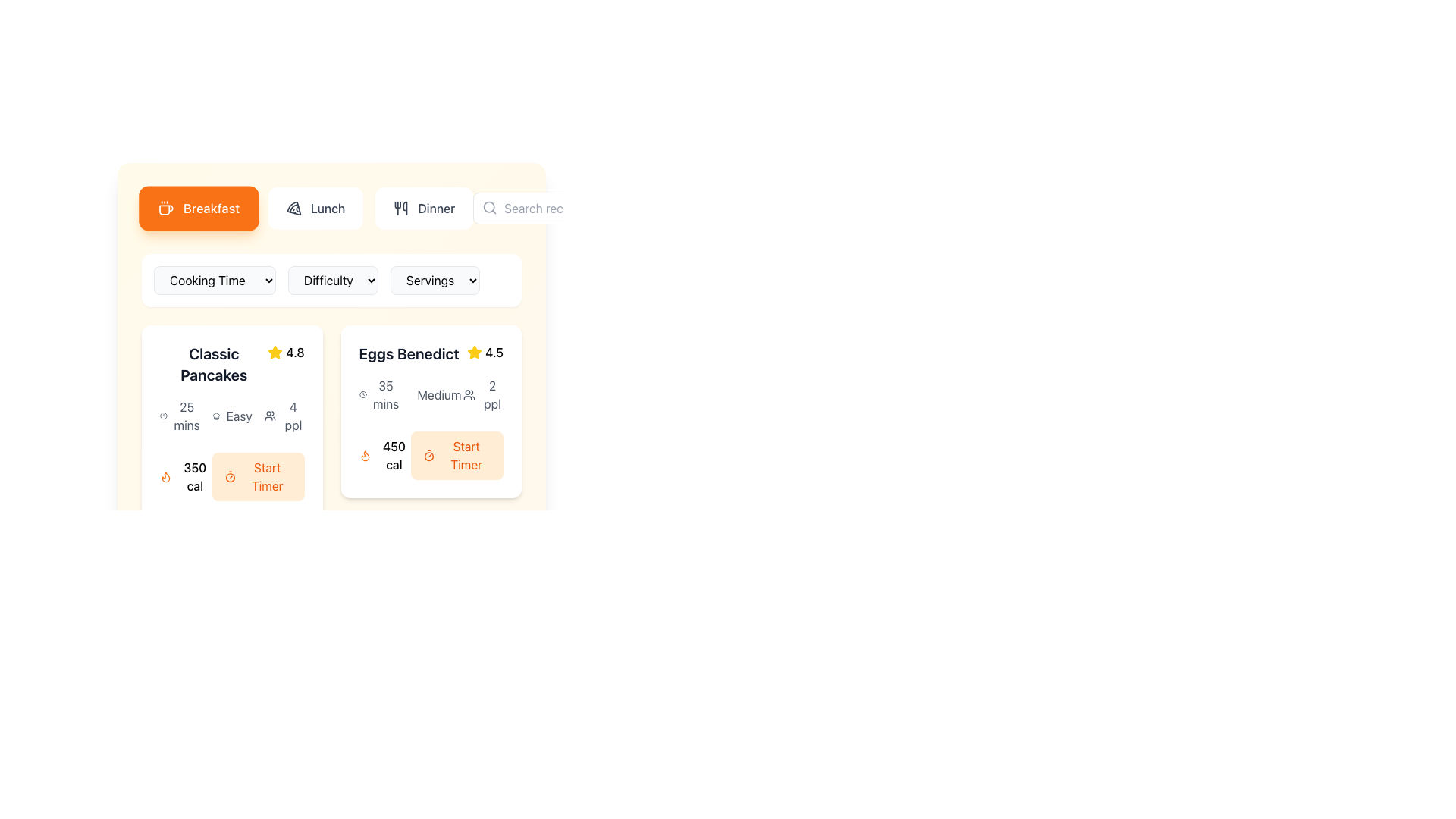  I want to click on the text label displaying the calorie count of a food item or recipe, so click(194, 667).